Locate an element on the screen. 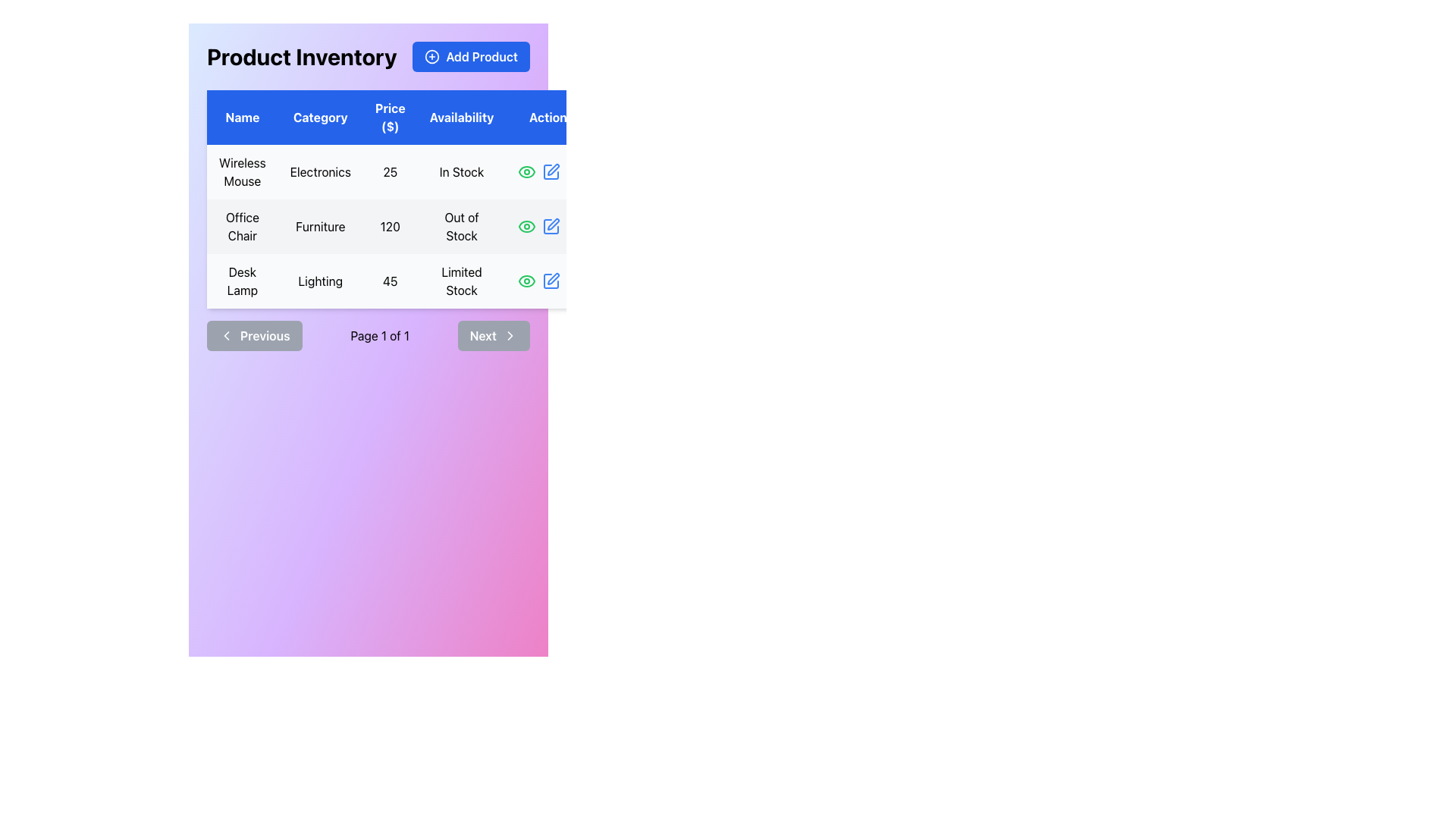 The width and height of the screenshot is (1456, 819). the pencil icon button in the Actions column for the Desk Lamp product is located at coordinates (551, 281).